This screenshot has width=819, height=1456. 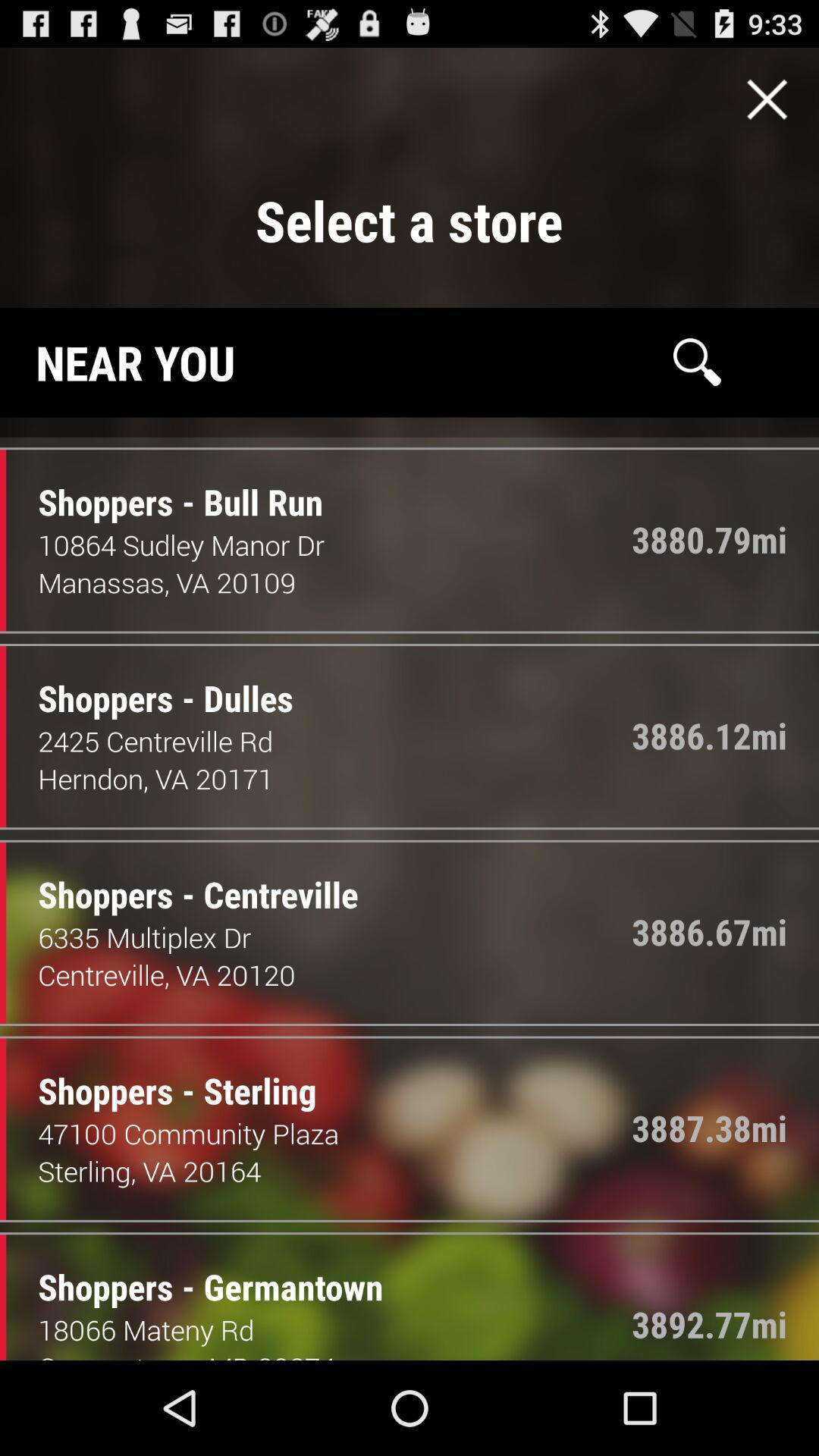 What do you see at coordinates (334, 741) in the screenshot?
I see `icon below shoppers - dulles  item` at bounding box center [334, 741].